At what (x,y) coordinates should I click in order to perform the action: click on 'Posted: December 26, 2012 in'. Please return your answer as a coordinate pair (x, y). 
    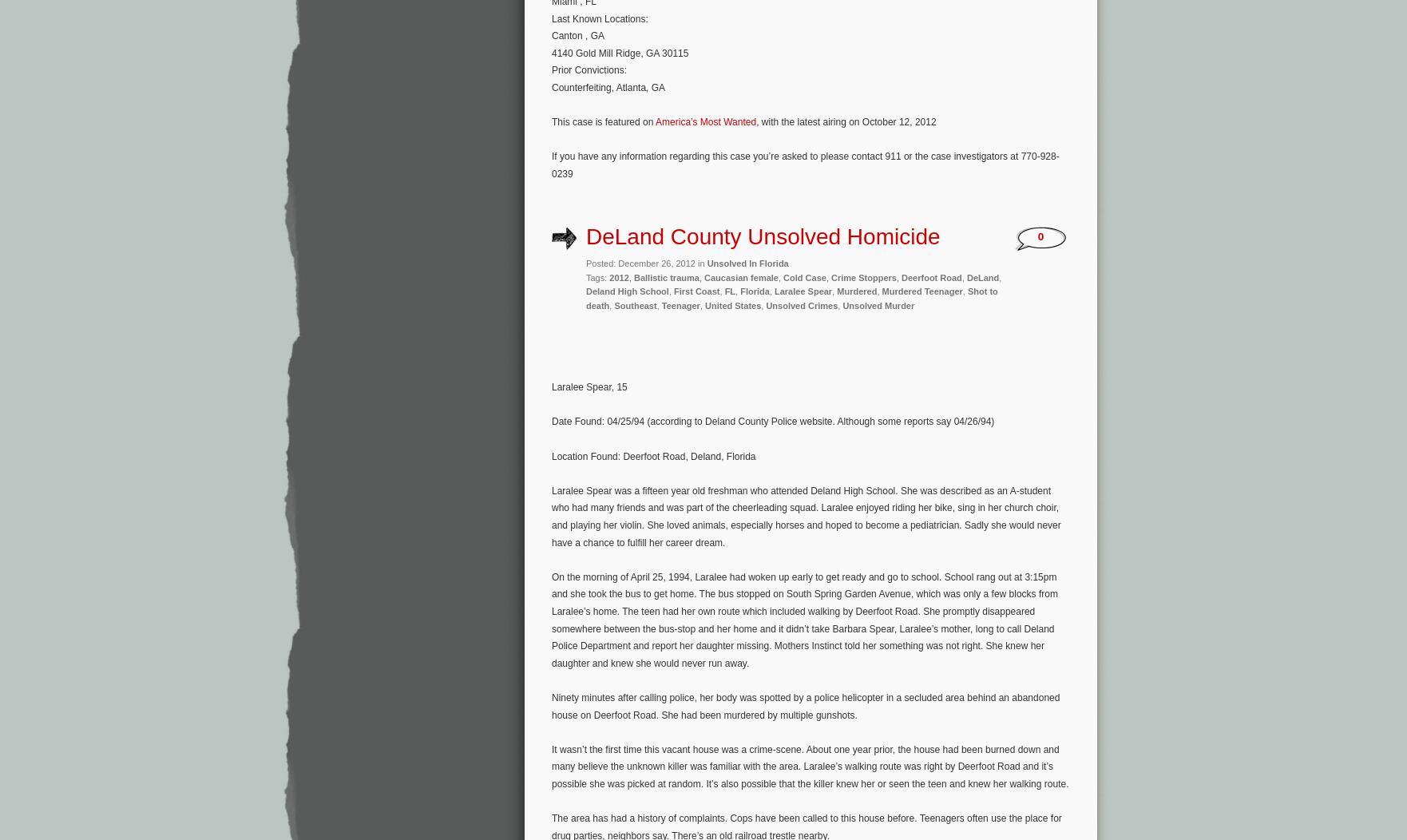
    Looking at the image, I should click on (645, 263).